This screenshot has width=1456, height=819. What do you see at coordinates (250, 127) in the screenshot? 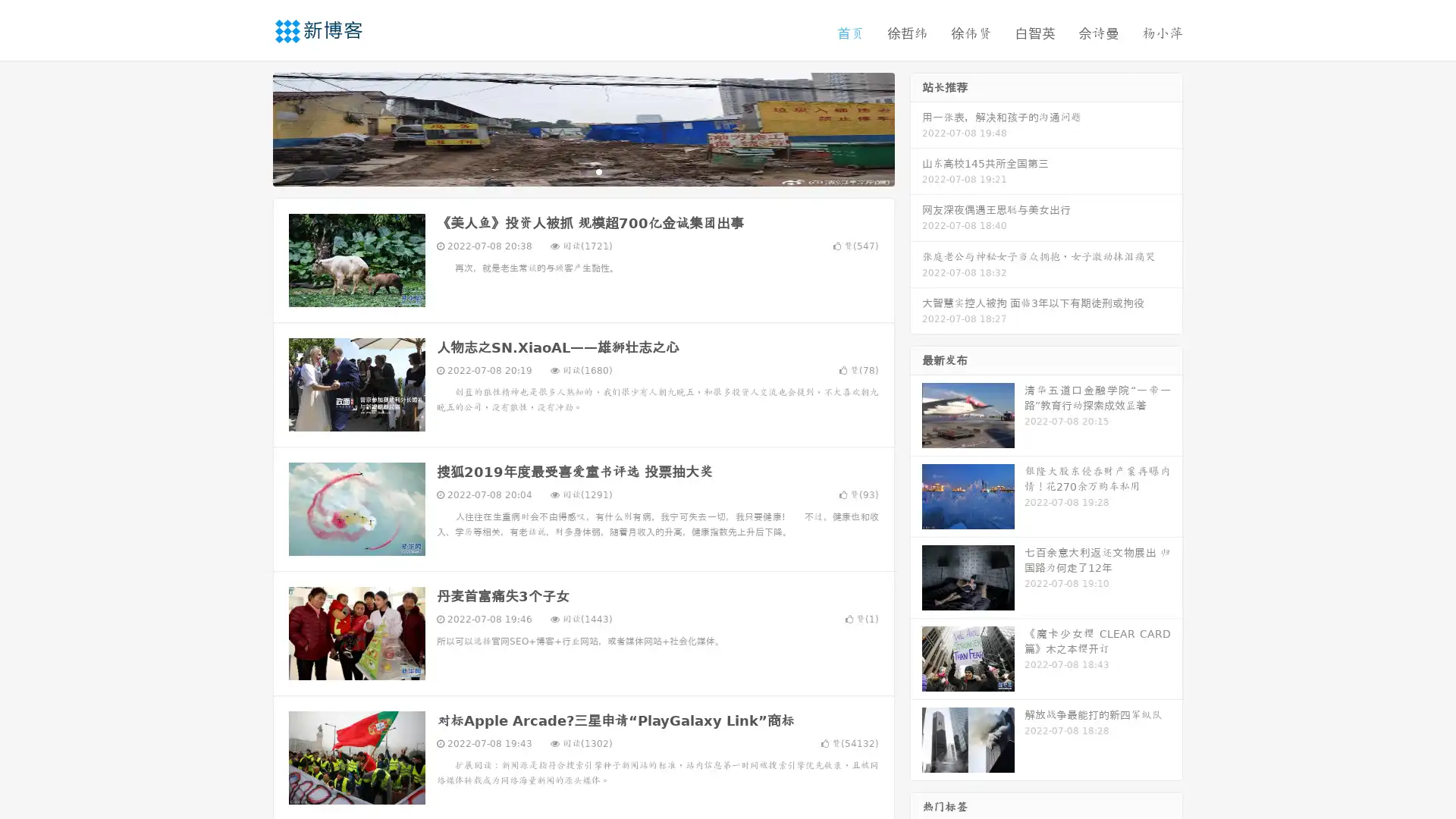
I see `Previous slide` at bounding box center [250, 127].